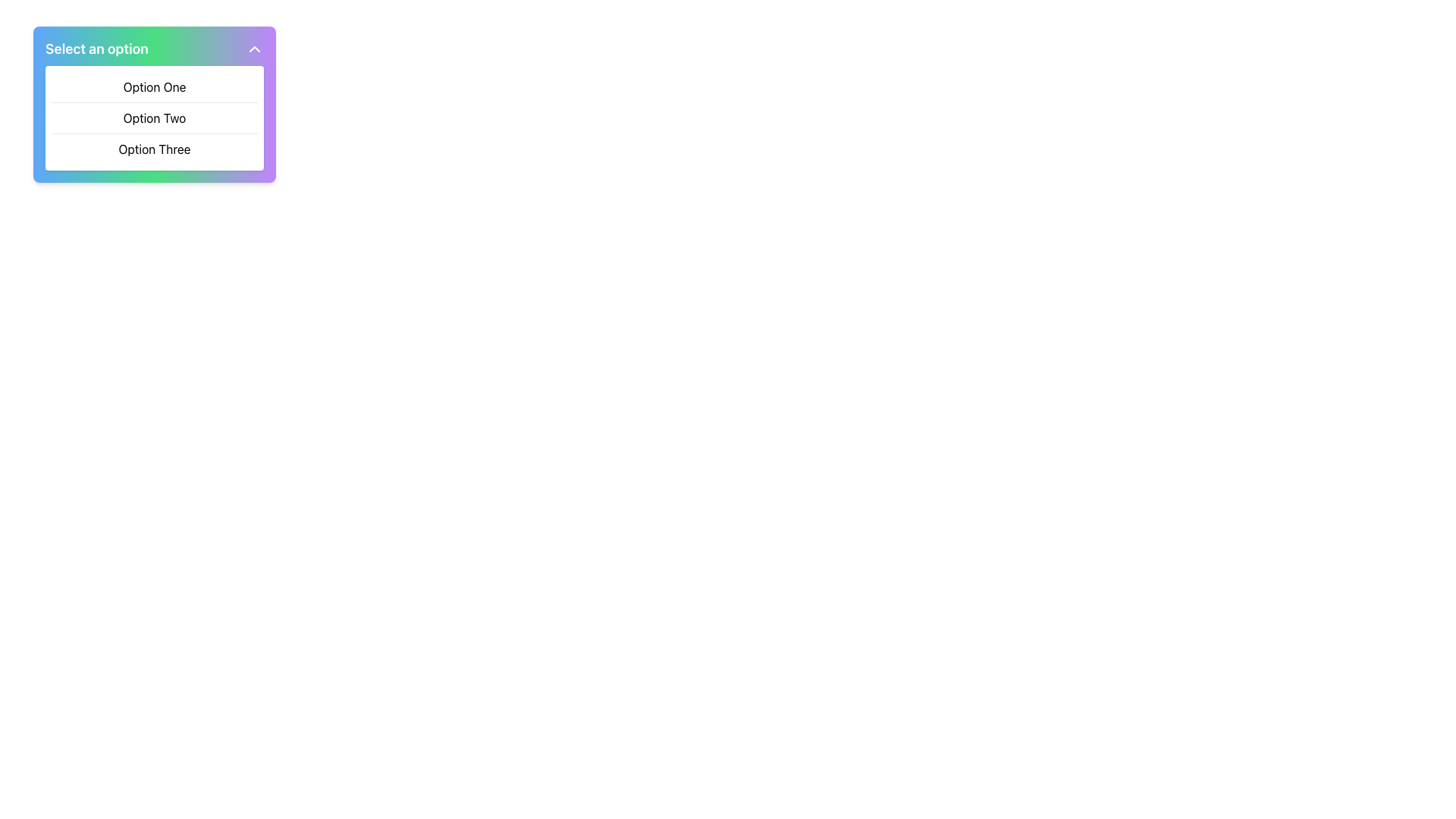 The width and height of the screenshot is (1456, 819). What do you see at coordinates (154, 149) in the screenshot?
I see `the third option in the dropdown menu, labeled 'Option Three'` at bounding box center [154, 149].